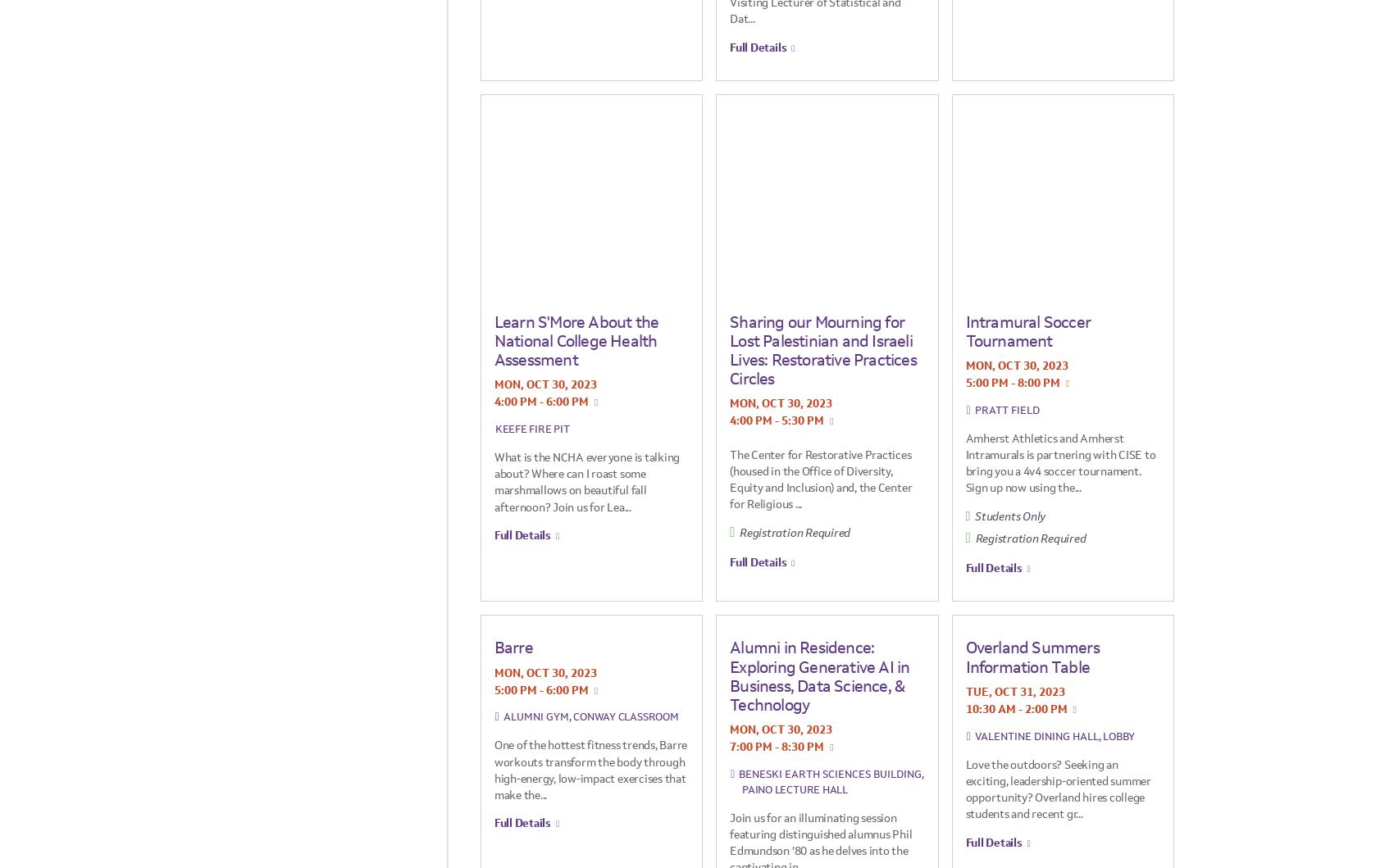  I want to click on 'Sharing our Mourning for Lost Palestinian and Israeli Lives: Restorative Practices Circles', so click(822, 349).